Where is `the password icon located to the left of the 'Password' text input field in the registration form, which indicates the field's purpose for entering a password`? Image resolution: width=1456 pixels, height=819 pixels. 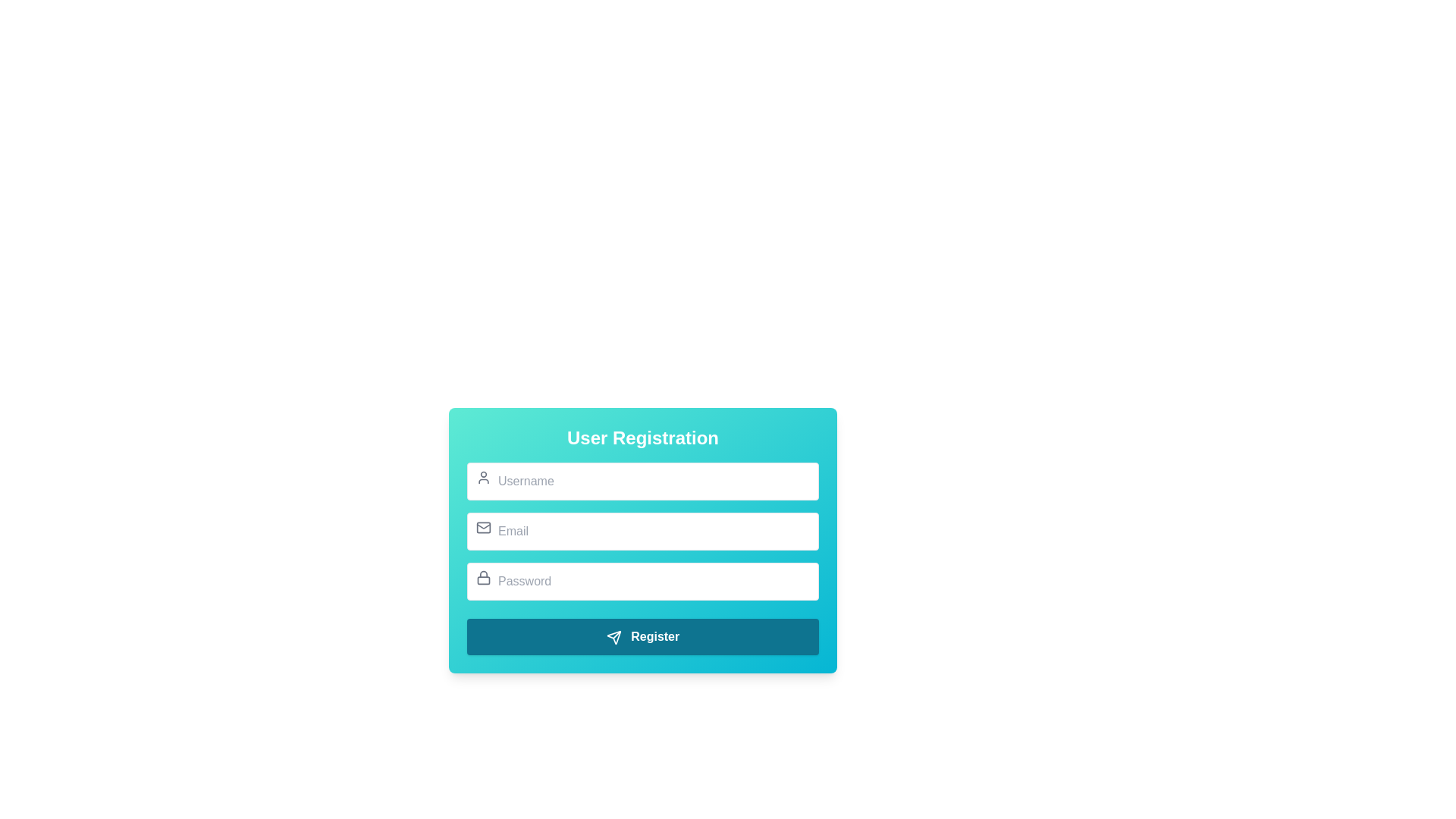 the password icon located to the left of the 'Password' text input field in the registration form, which indicates the field's purpose for entering a password is located at coordinates (483, 578).